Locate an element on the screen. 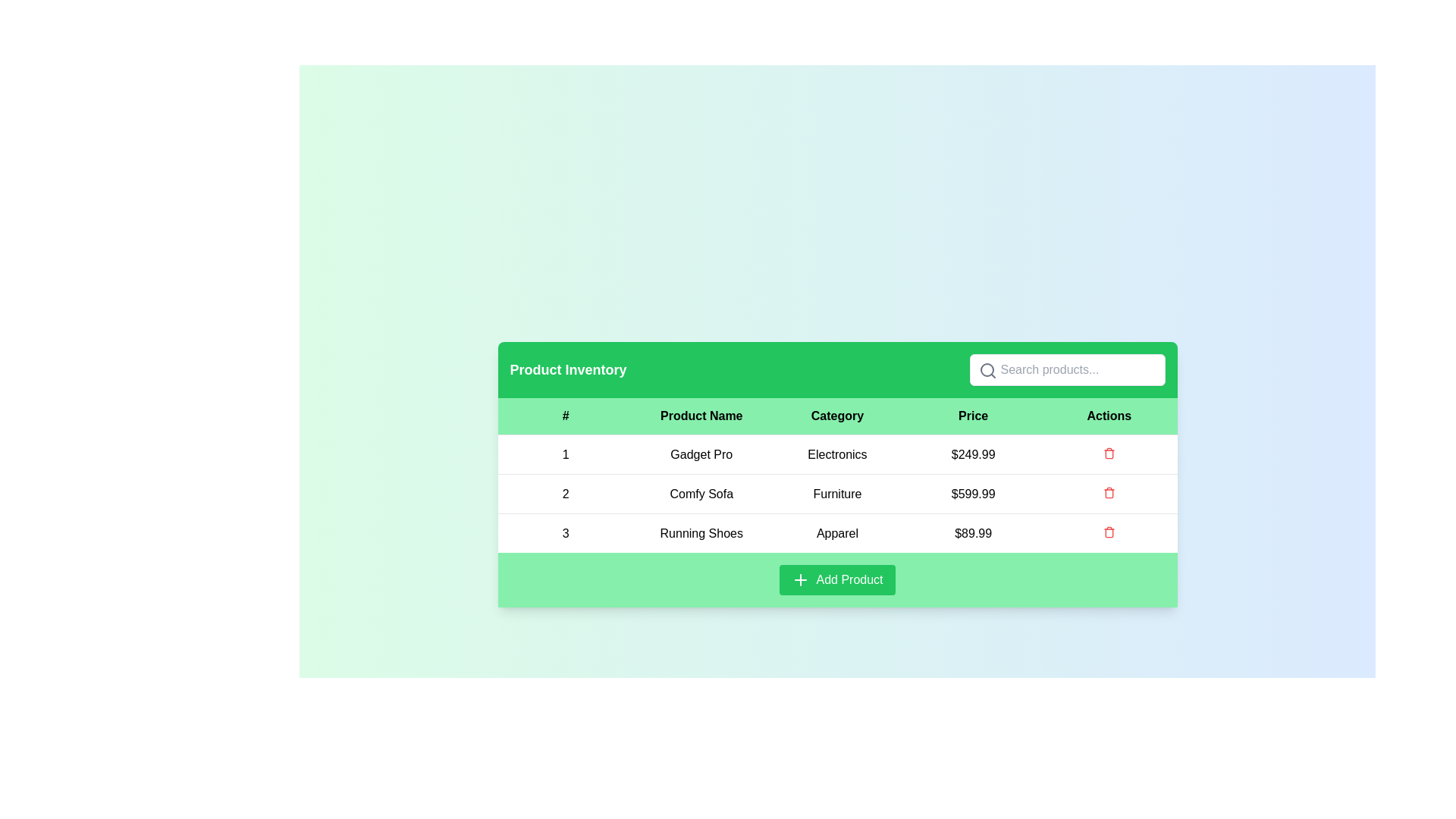 The image size is (1456, 819). the text input field for searching products, which is styled with a border and rounded corners, located on the right side of the 'Product Inventory' header is located at coordinates (1066, 370).